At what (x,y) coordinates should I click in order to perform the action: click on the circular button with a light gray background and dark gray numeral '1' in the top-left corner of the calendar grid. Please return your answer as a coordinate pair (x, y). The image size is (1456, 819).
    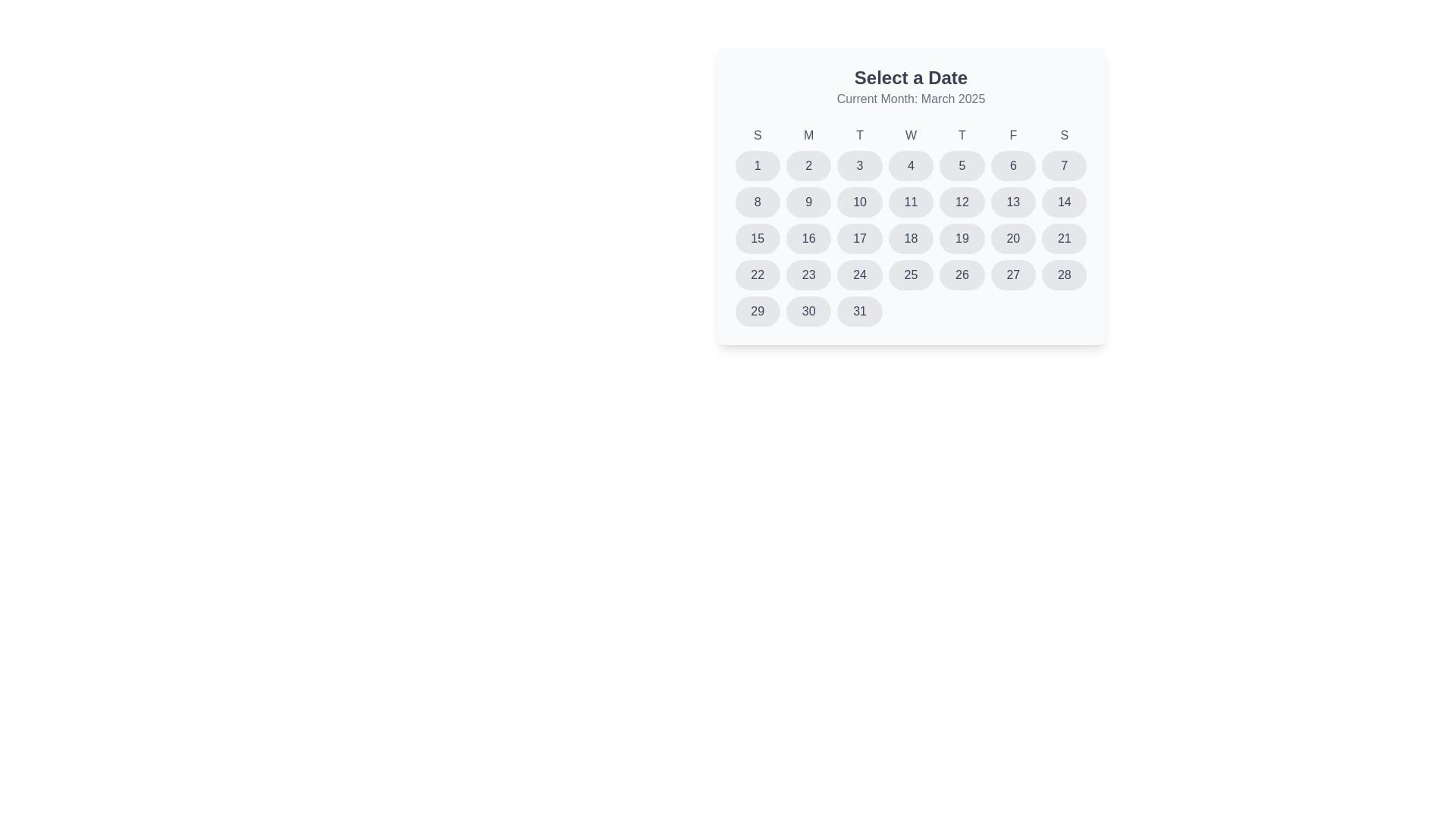
    Looking at the image, I should click on (758, 166).